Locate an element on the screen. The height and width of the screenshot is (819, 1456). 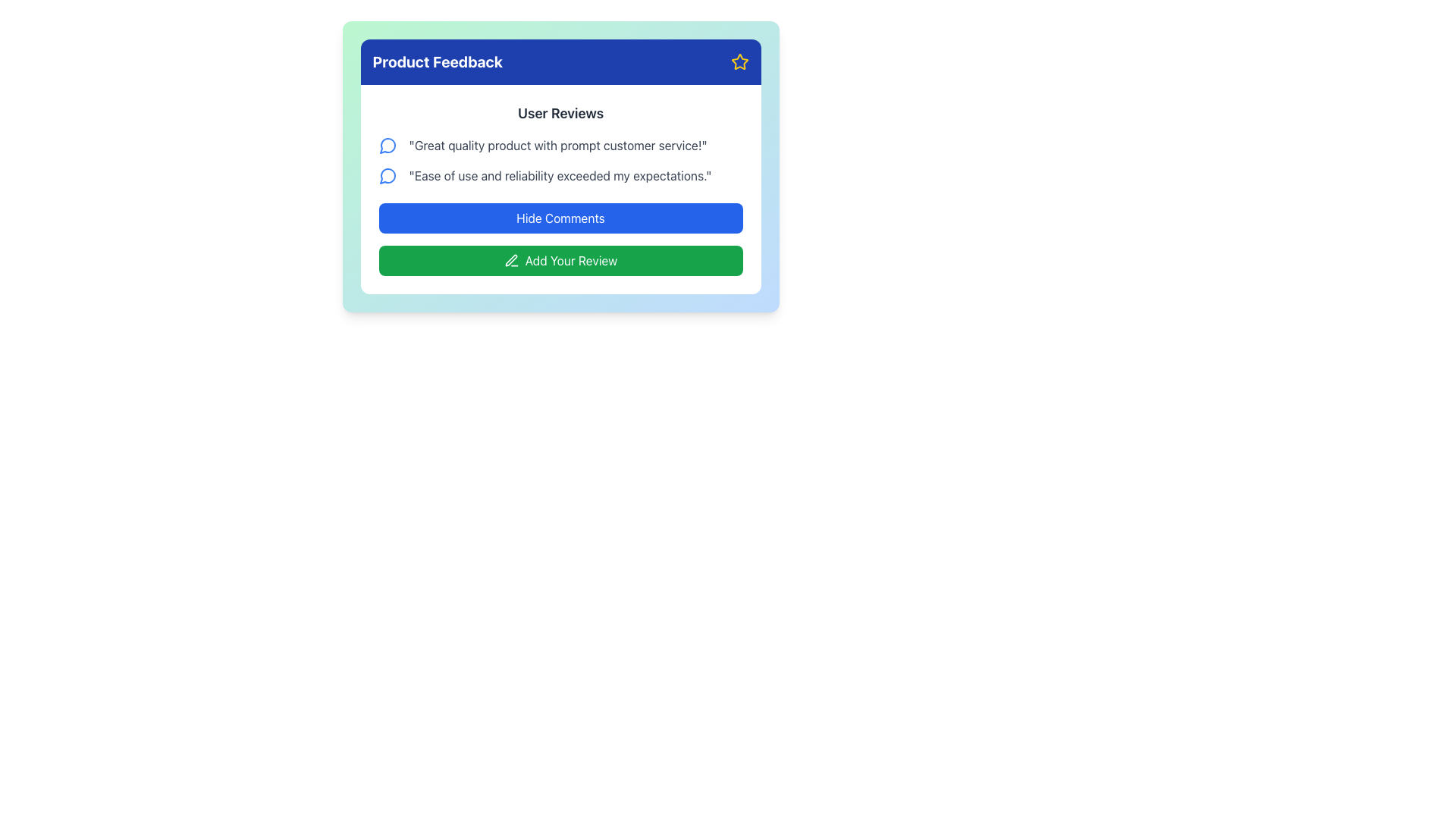
the pen-line icon located to the left of the 'Add Your Review' button is located at coordinates (511, 259).